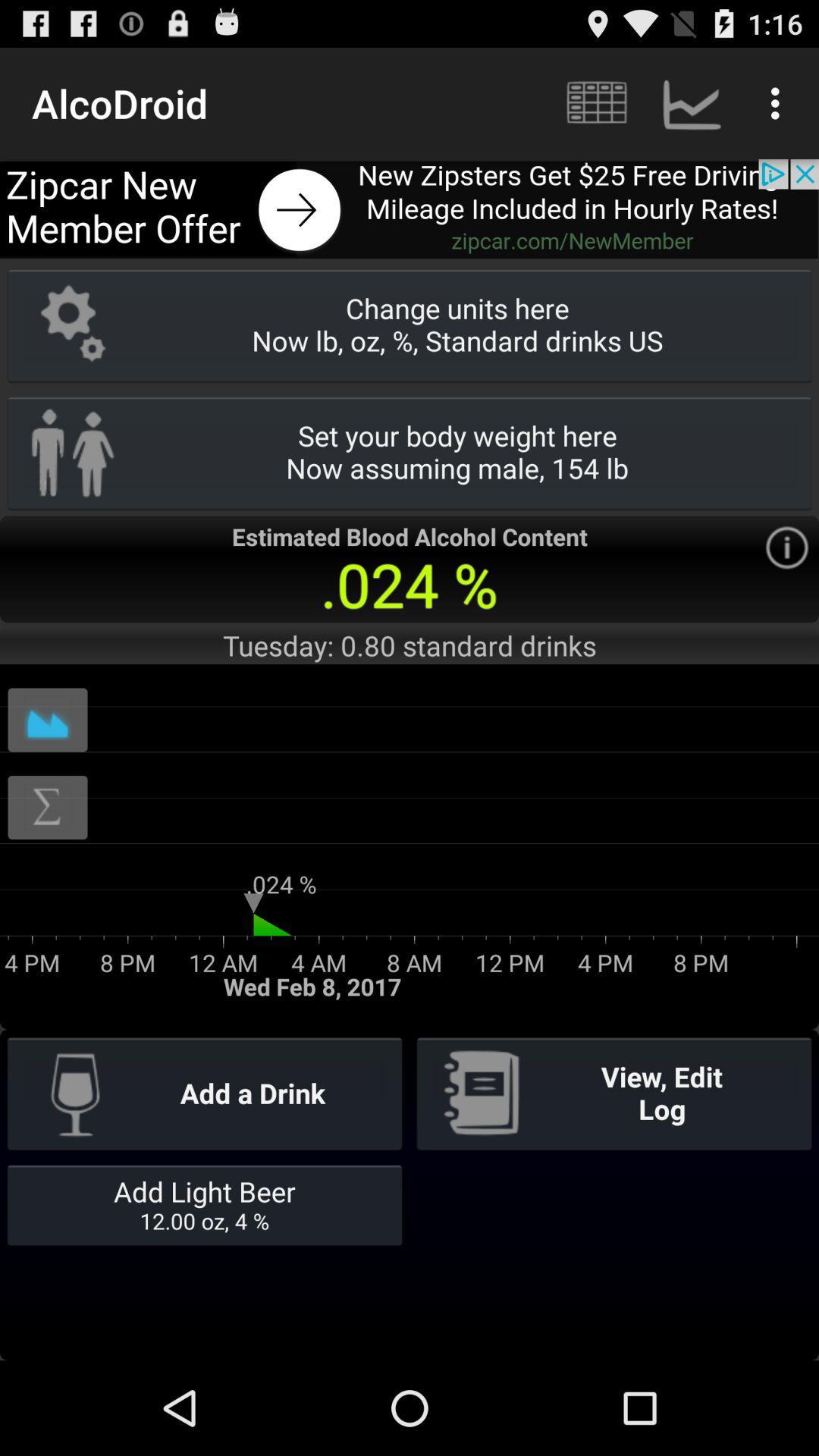  I want to click on see more information, so click(786, 547).